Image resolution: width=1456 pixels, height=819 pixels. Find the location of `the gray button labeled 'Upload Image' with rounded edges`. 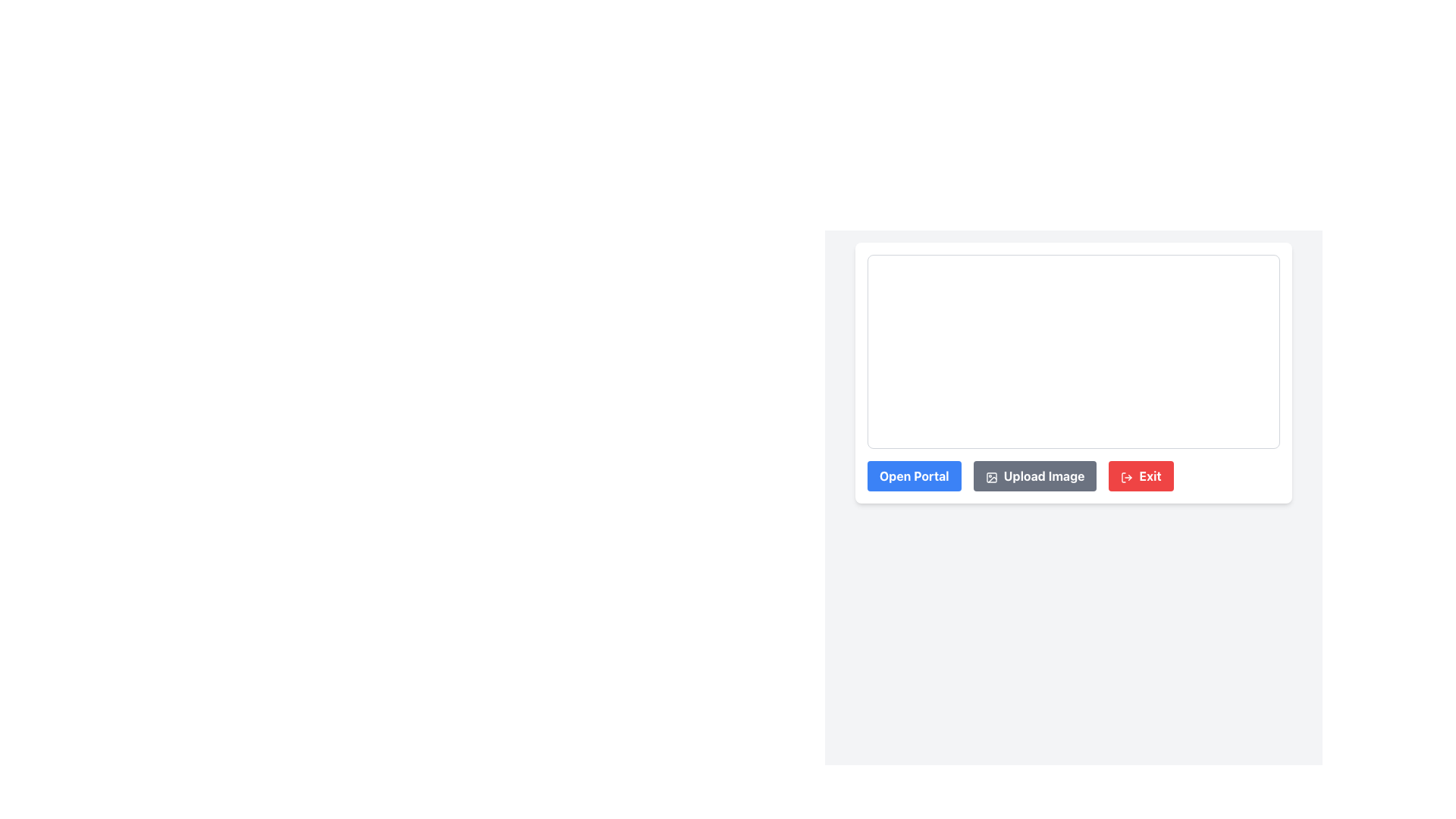

the gray button labeled 'Upload Image' with rounded edges is located at coordinates (1073, 469).